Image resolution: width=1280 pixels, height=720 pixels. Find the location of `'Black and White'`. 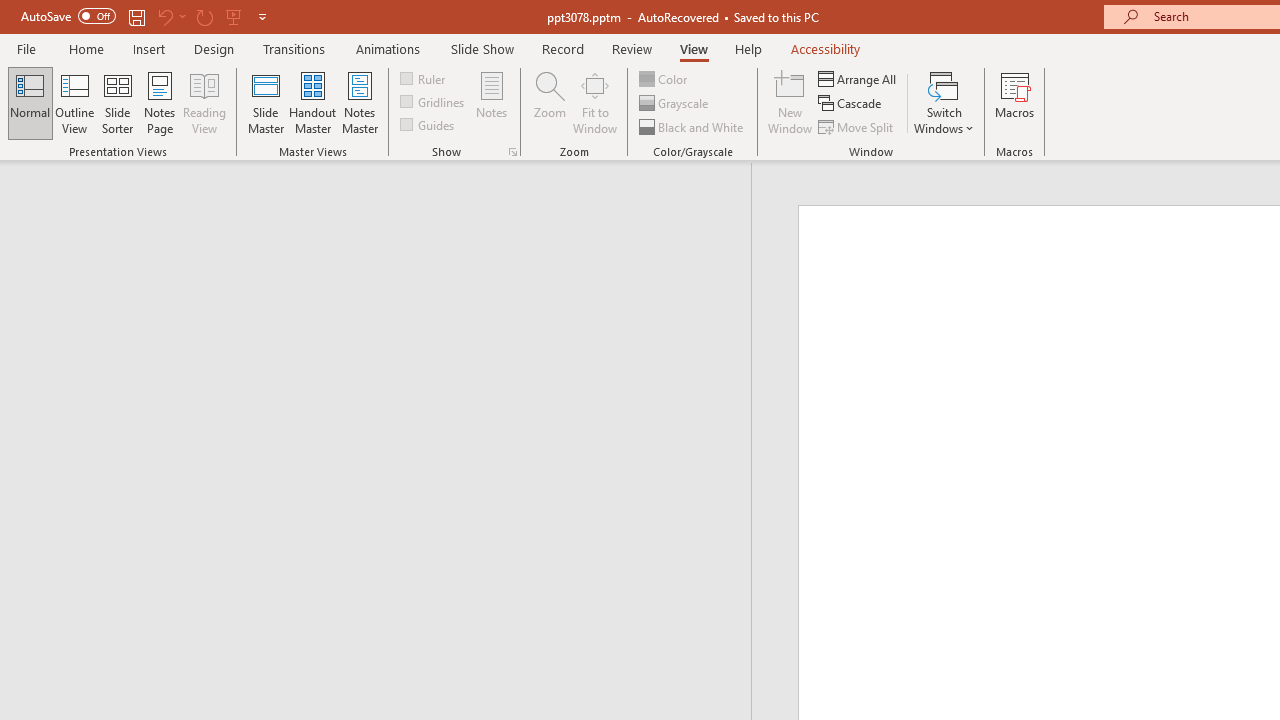

'Black and White' is located at coordinates (693, 127).